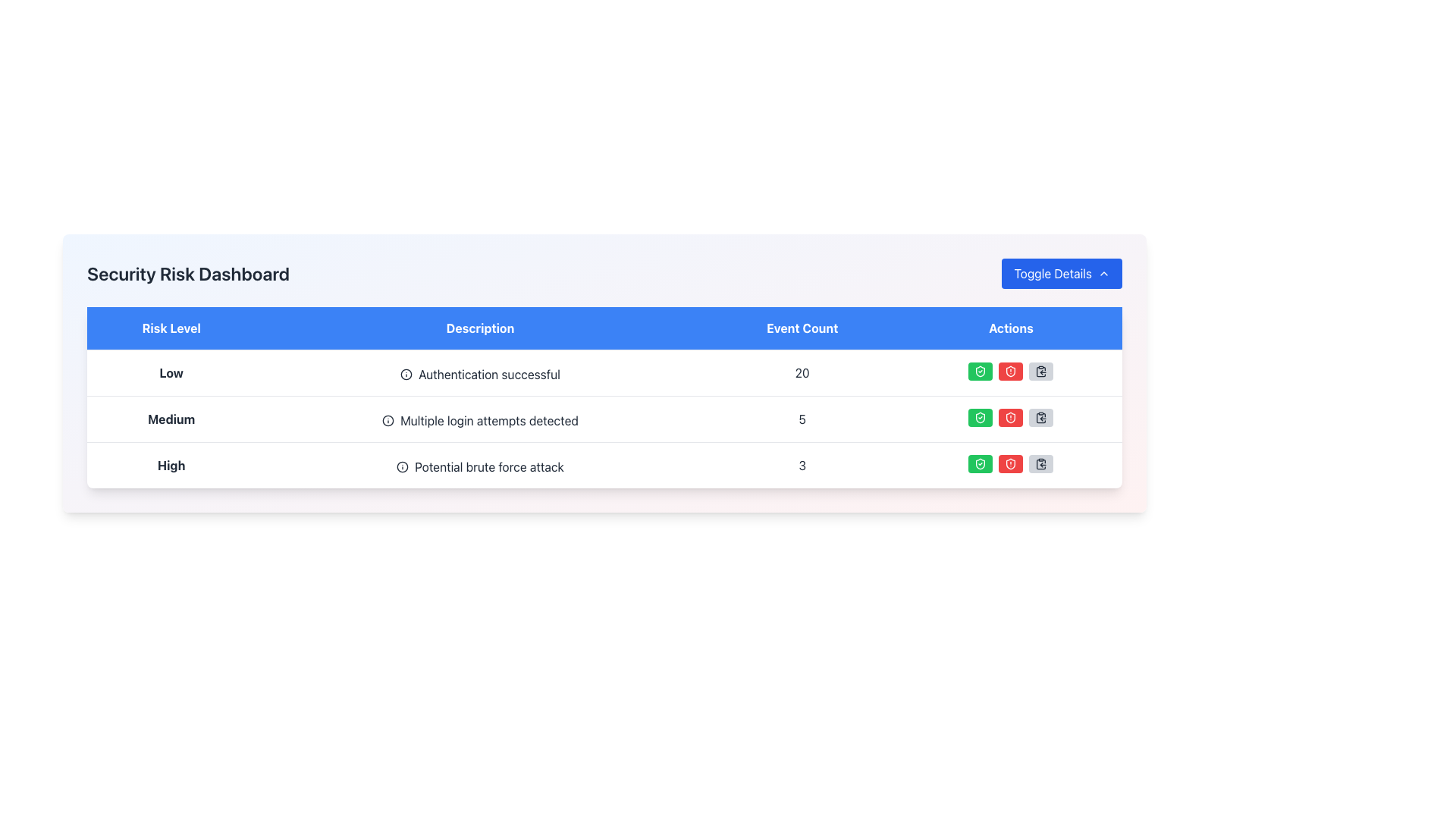 The width and height of the screenshot is (1456, 819). I want to click on the green button with a shield and checkmark icon located in the 'Actions' column of the second row, corresponding to 'Medium' risk level, so click(981, 418).